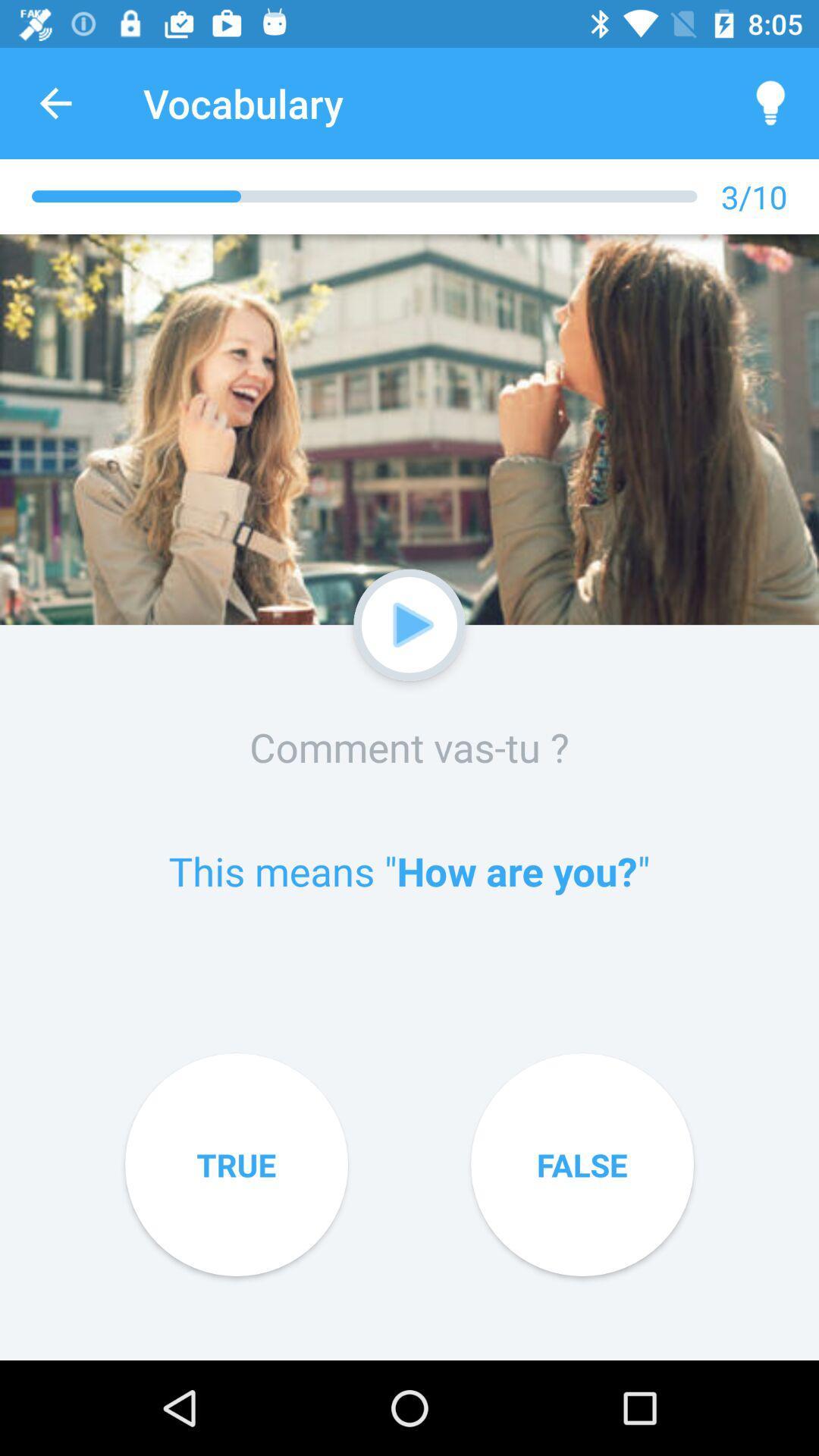 The height and width of the screenshot is (1456, 819). What do you see at coordinates (413, 625) in the screenshot?
I see `the video button below the image` at bounding box center [413, 625].